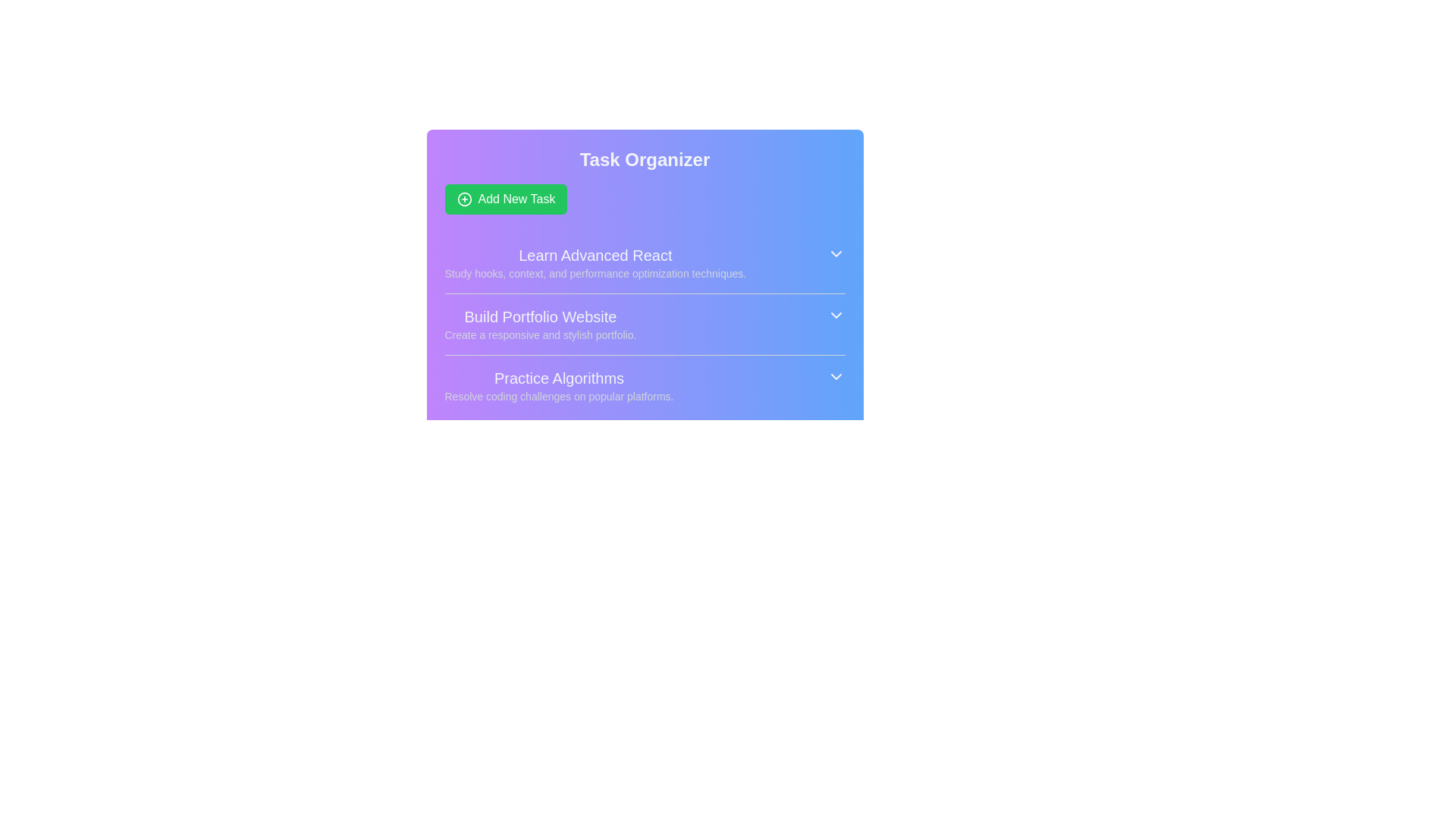 This screenshot has width=1456, height=819. Describe the element at coordinates (835, 315) in the screenshot. I see `the toggle icon located at the top right of the 'Build Portfolio Website' section` at that location.